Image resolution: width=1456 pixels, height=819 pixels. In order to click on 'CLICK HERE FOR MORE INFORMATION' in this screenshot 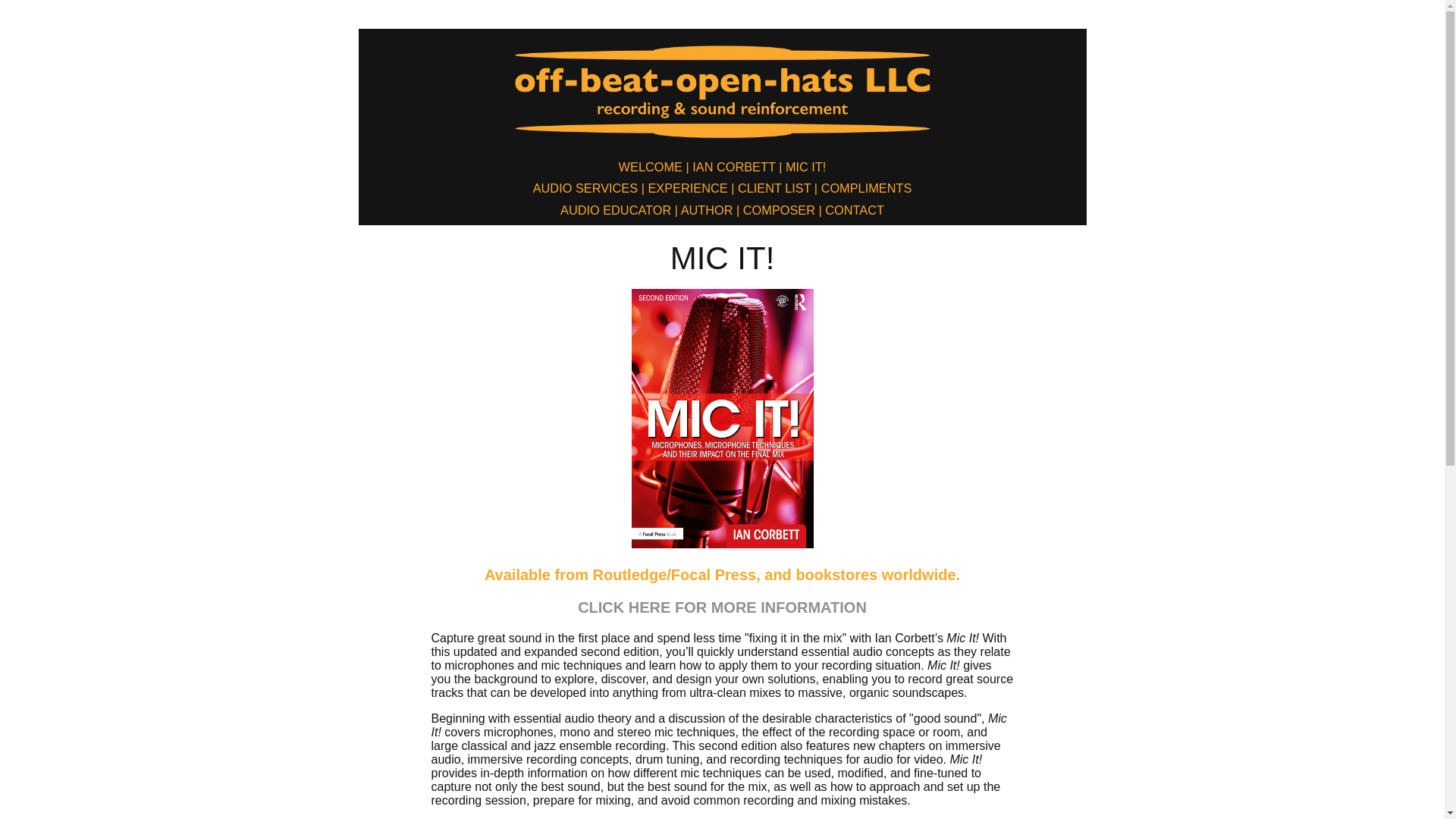, I will do `click(721, 607)`.